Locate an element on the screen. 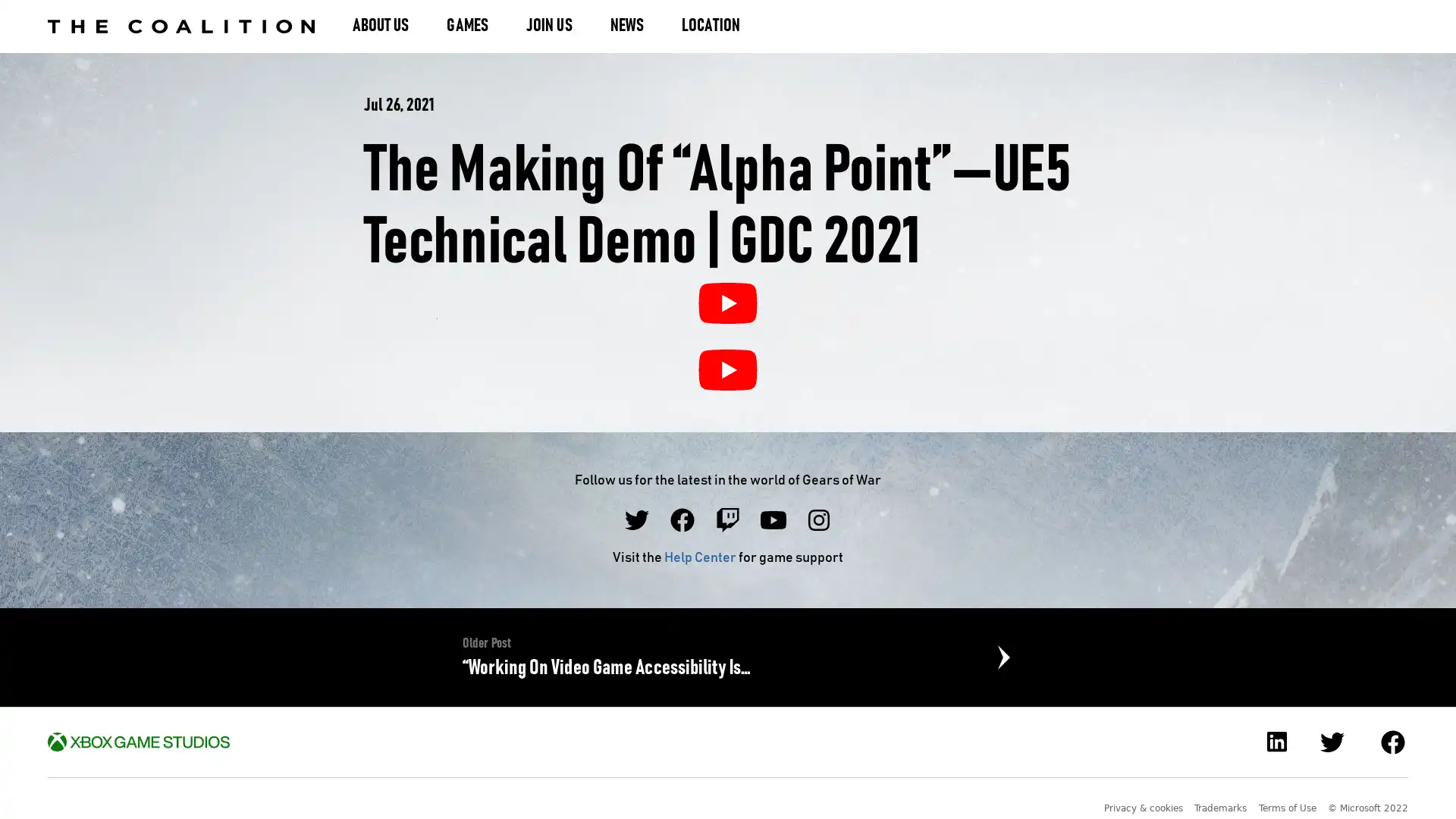 This screenshot has height=819, width=1456. The Making of Alpha PointUE5 Technical Demo | GDC 2021 is located at coordinates (728, 500).